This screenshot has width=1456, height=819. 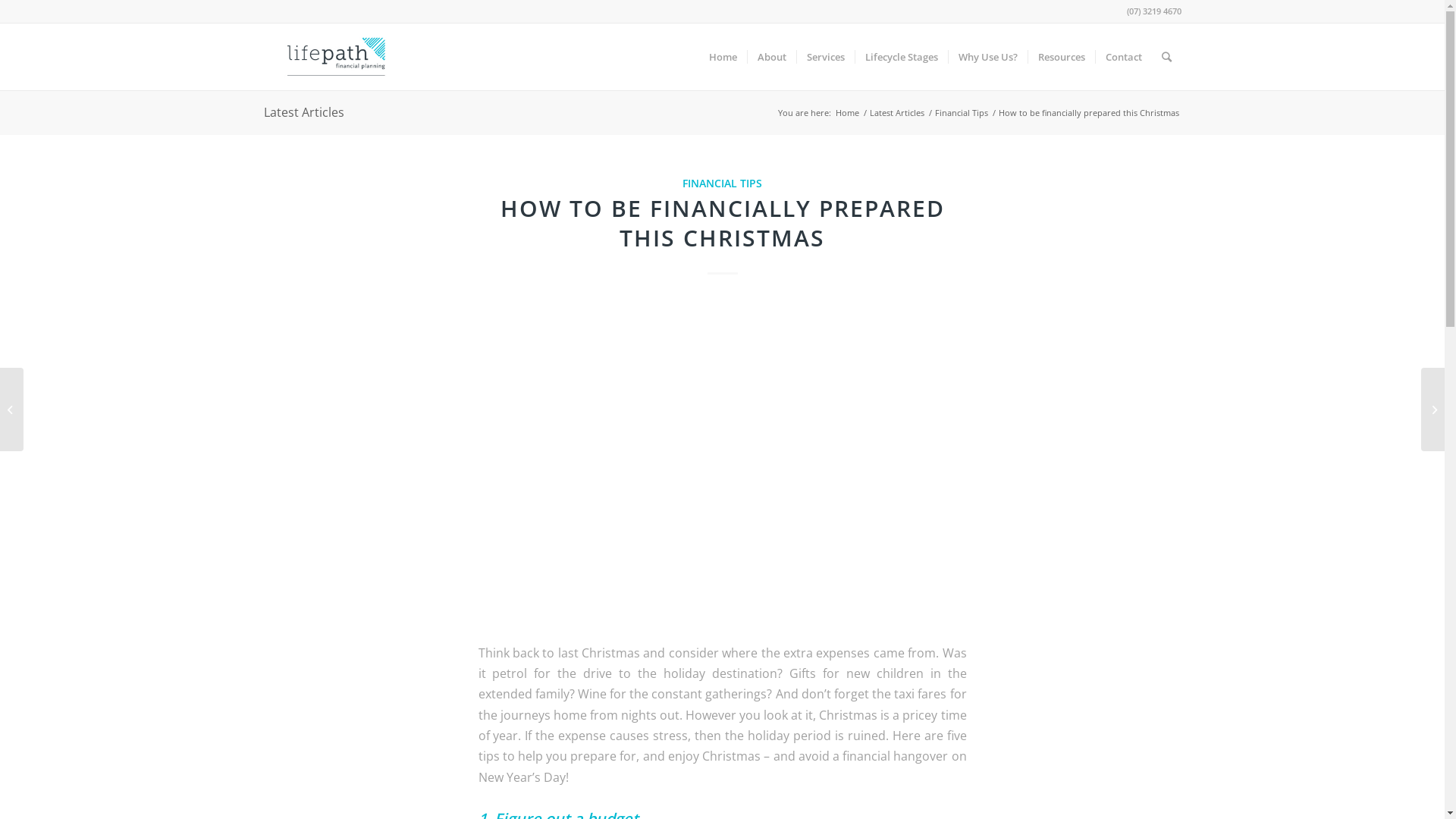 What do you see at coordinates (1123, 55) in the screenshot?
I see `'Contact'` at bounding box center [1123, 55].